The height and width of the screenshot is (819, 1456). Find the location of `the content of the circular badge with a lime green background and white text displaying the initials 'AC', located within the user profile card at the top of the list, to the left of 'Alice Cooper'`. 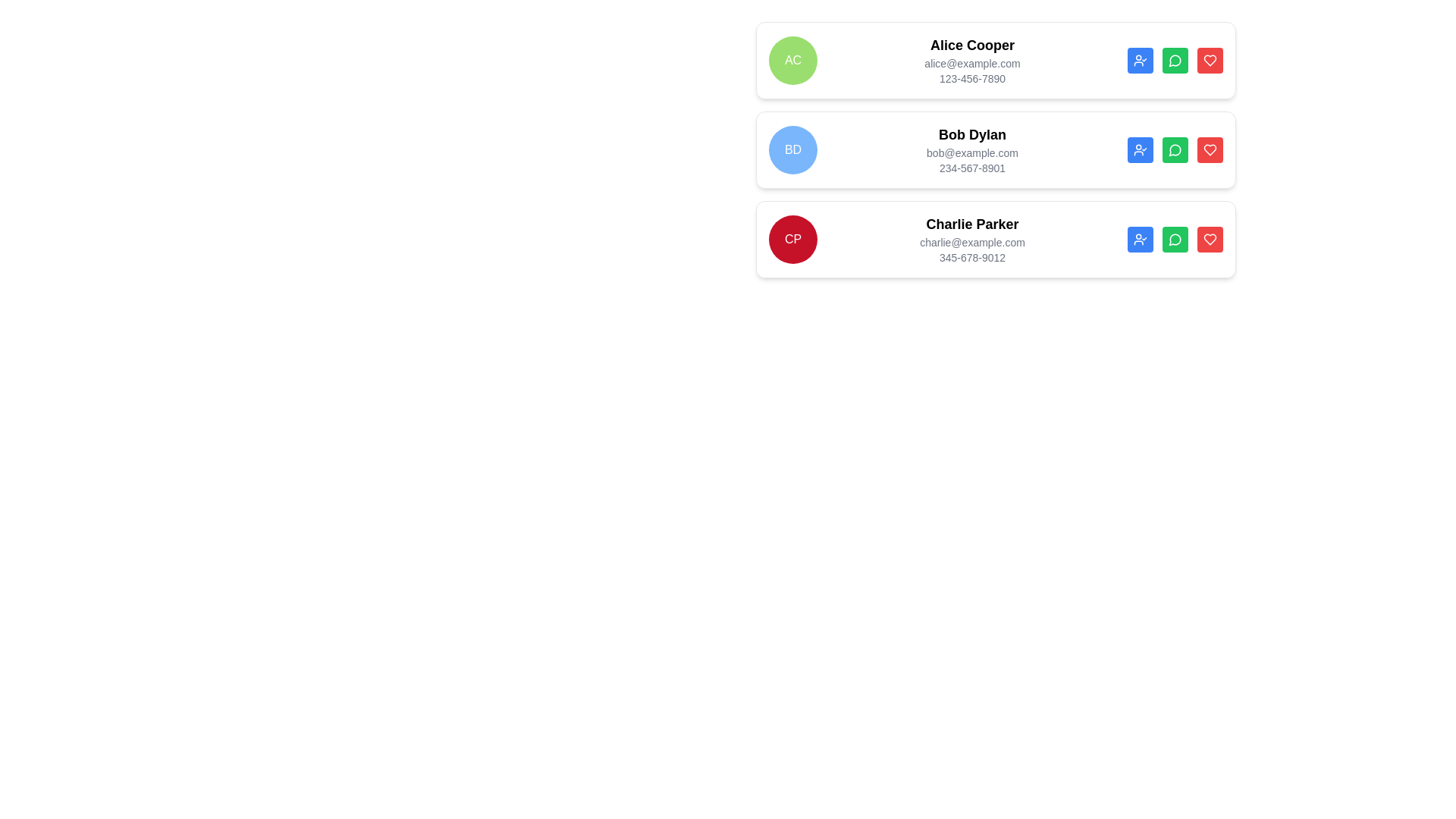

the content of the circular badge with a lime green background and white text displaying the initials 'AC', located within the user profile card at the top of the list, to the left of 'Alice Cooper' is located at coordinates (792, 60).